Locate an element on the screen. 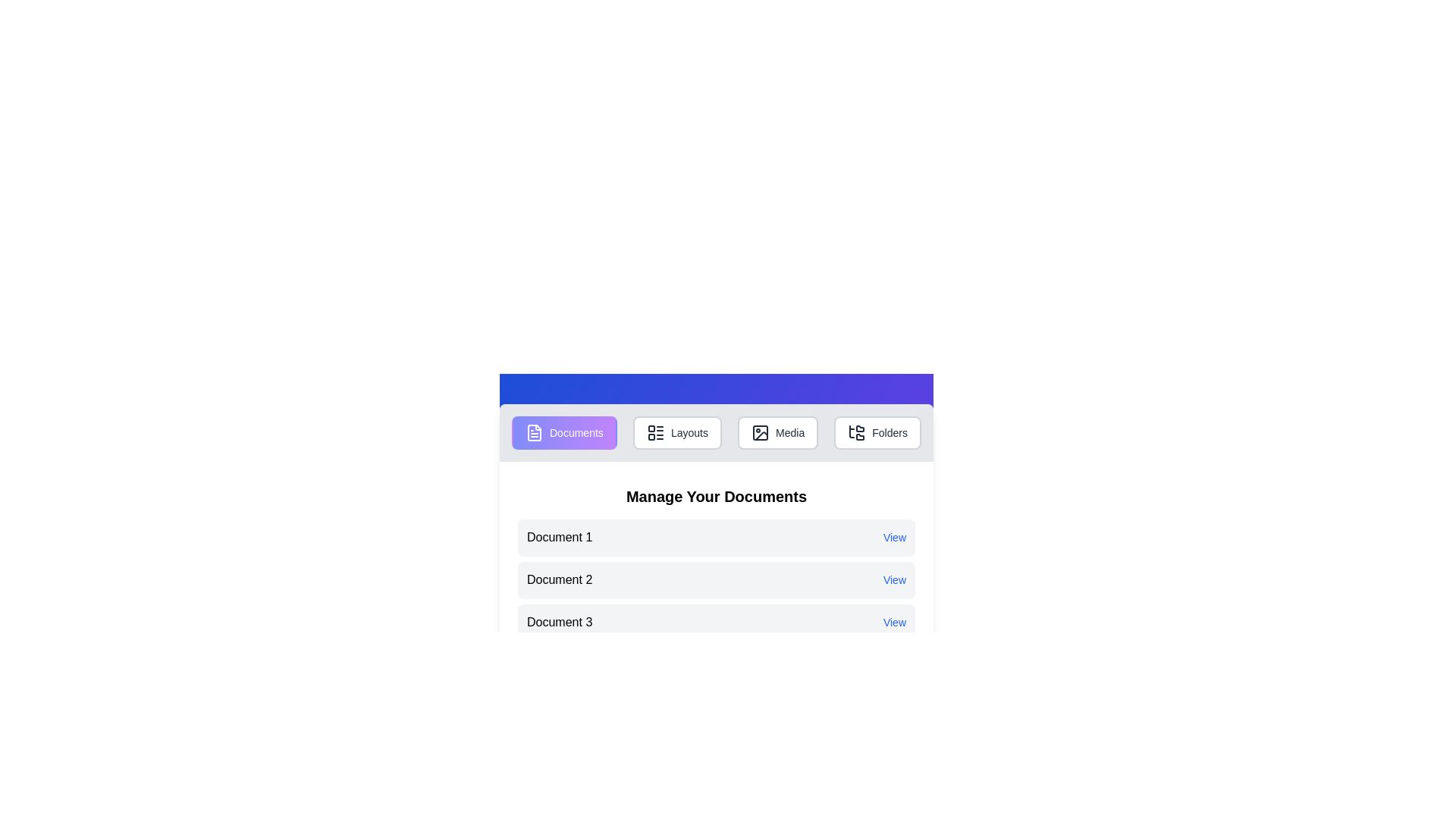 Image resolution: width=1456 pixels, height=819 pixels. the 'Media' SVG icon located in the navigation row is located at coordinates (761, 432).